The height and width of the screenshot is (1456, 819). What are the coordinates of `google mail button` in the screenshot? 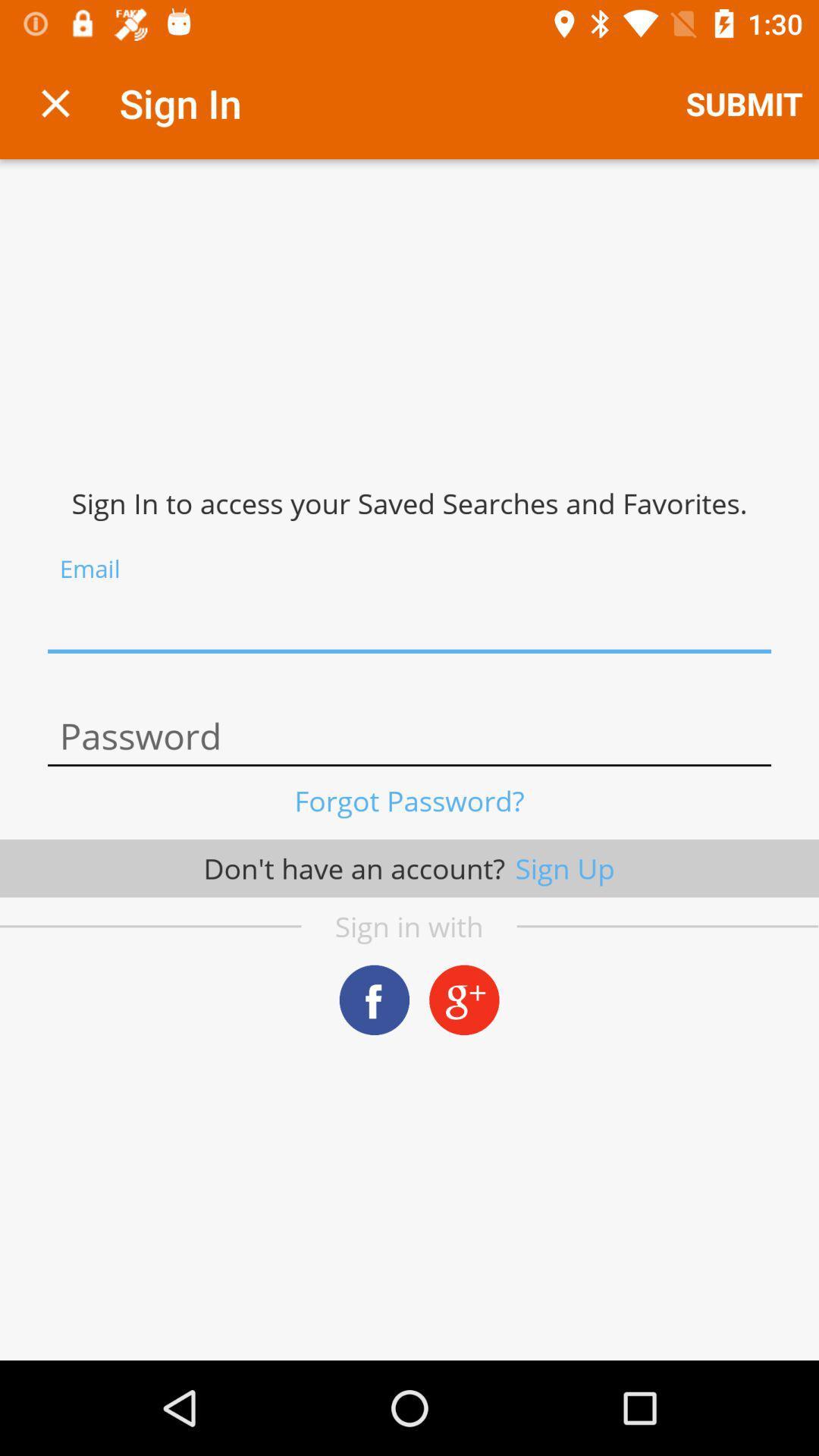 It's located at (463, 999).